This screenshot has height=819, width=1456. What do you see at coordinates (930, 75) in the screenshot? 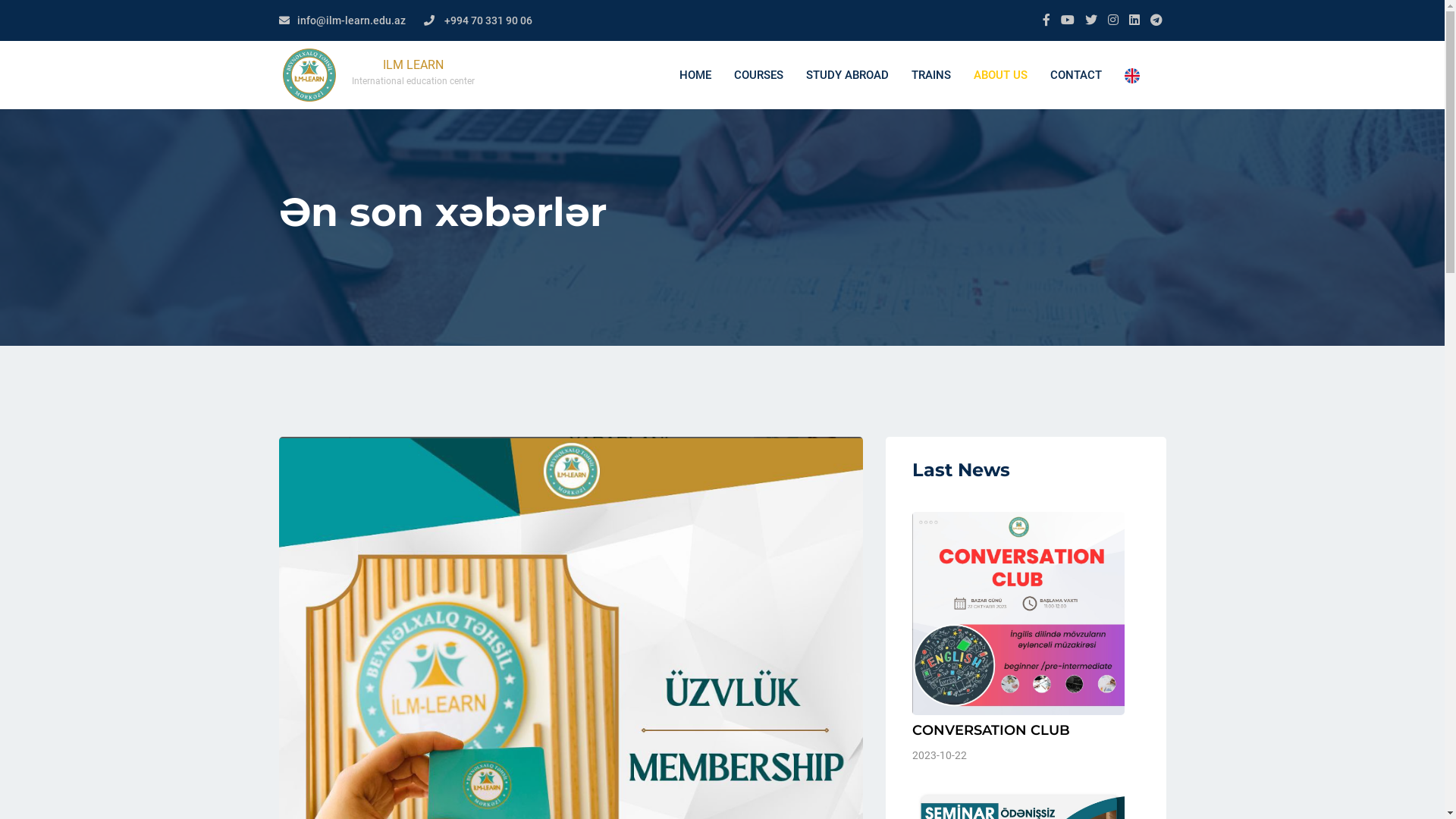
I see `'TRAINS'` at bounding box center [930, 75].